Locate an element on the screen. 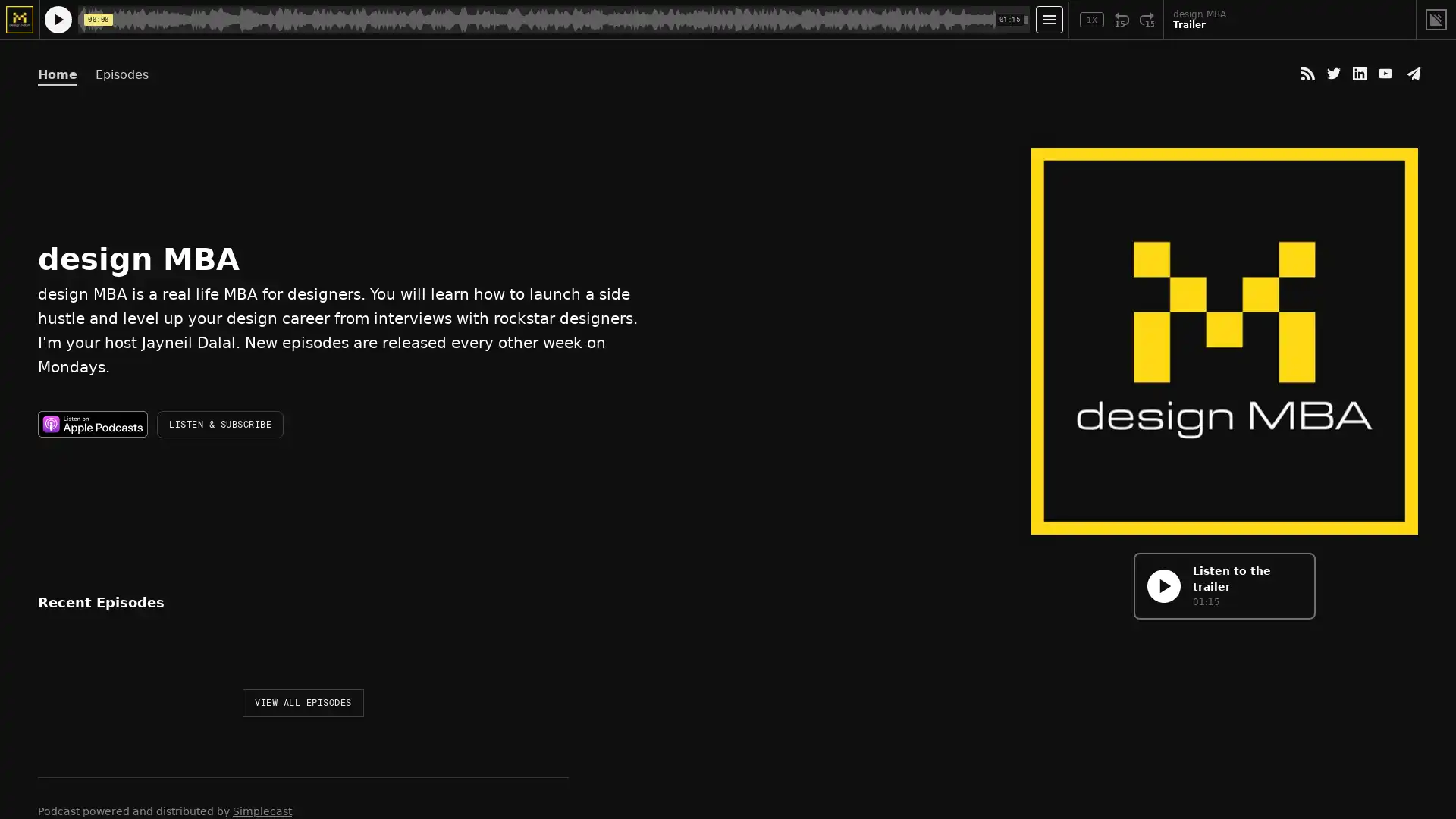 Image resolution: width=1456 pixels, height=819 pixels. Open Player Settings is located at coordinates (1048, 20).